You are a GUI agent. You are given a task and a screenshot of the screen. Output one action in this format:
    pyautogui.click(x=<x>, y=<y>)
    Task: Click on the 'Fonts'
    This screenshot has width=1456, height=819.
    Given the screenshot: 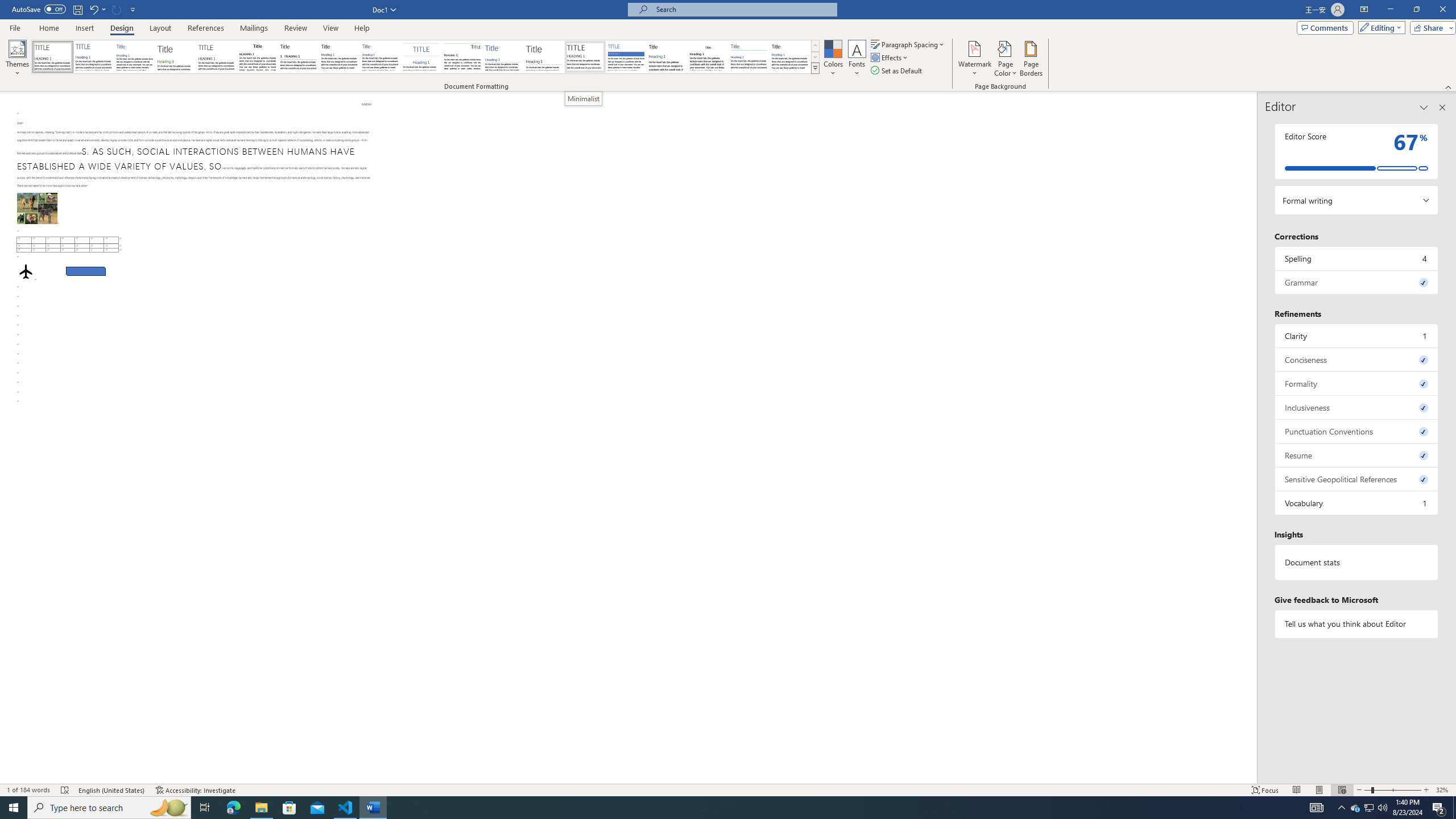 What is the action you would take?
    pyautogui.click(x=856, y=59)
    